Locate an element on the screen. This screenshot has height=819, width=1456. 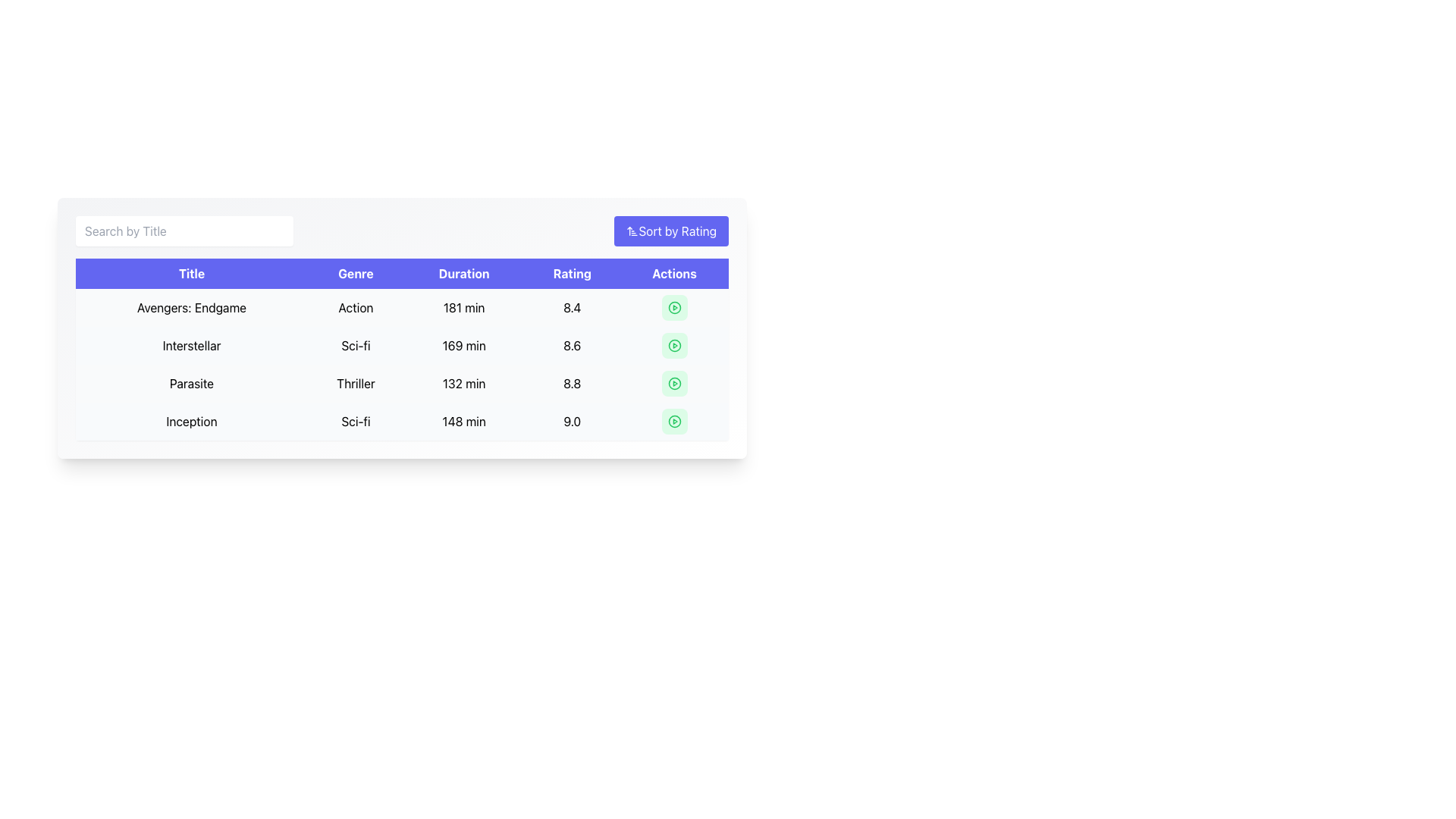
the text label displaying 'Inception' in the first column of the last row of the table is located at coordinates (191, 421).